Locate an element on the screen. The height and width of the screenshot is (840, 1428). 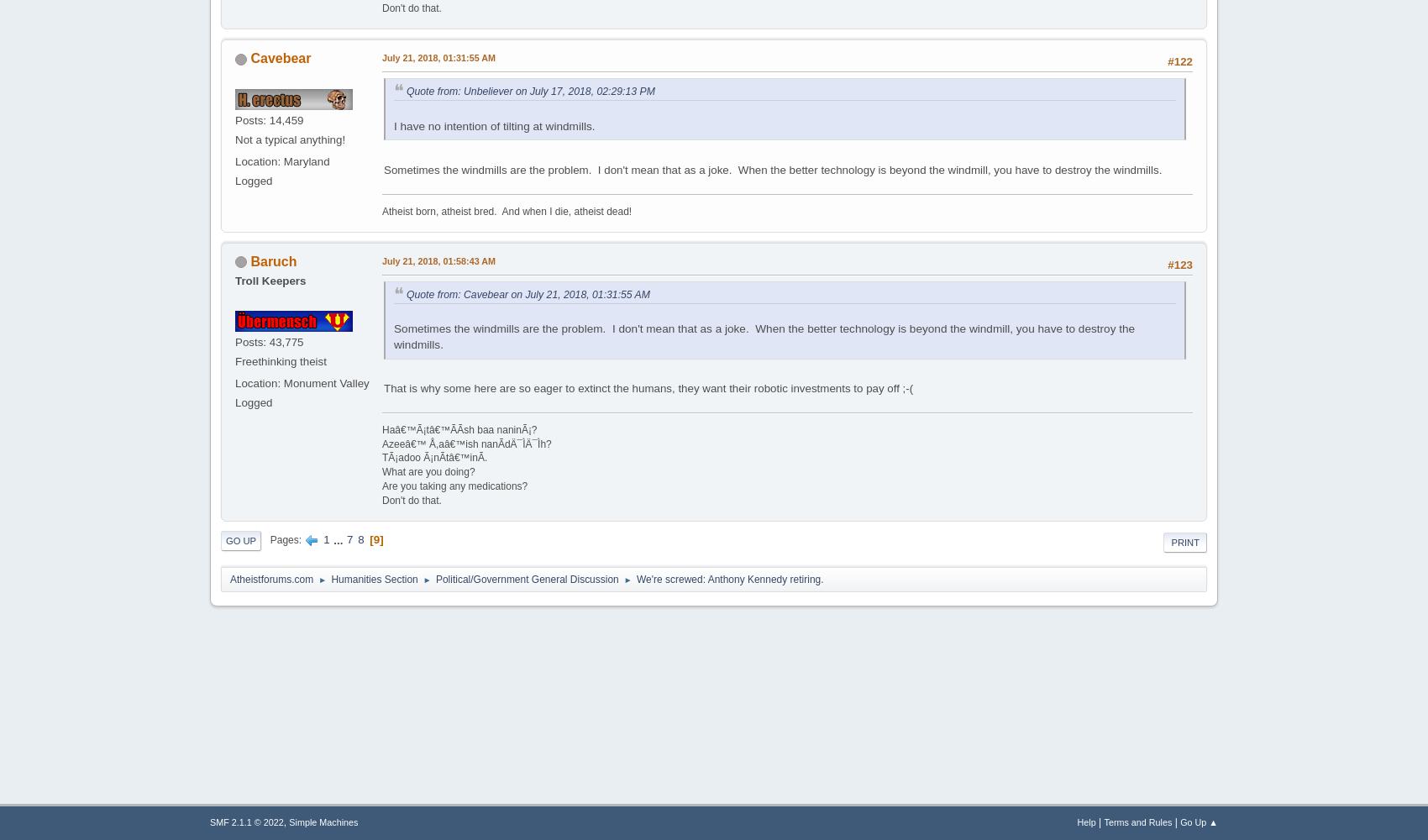
'That is why some here are so eager to extinct the humans, they want their robotic investments to pay off ;-(' is located at coordinates (647, 387).